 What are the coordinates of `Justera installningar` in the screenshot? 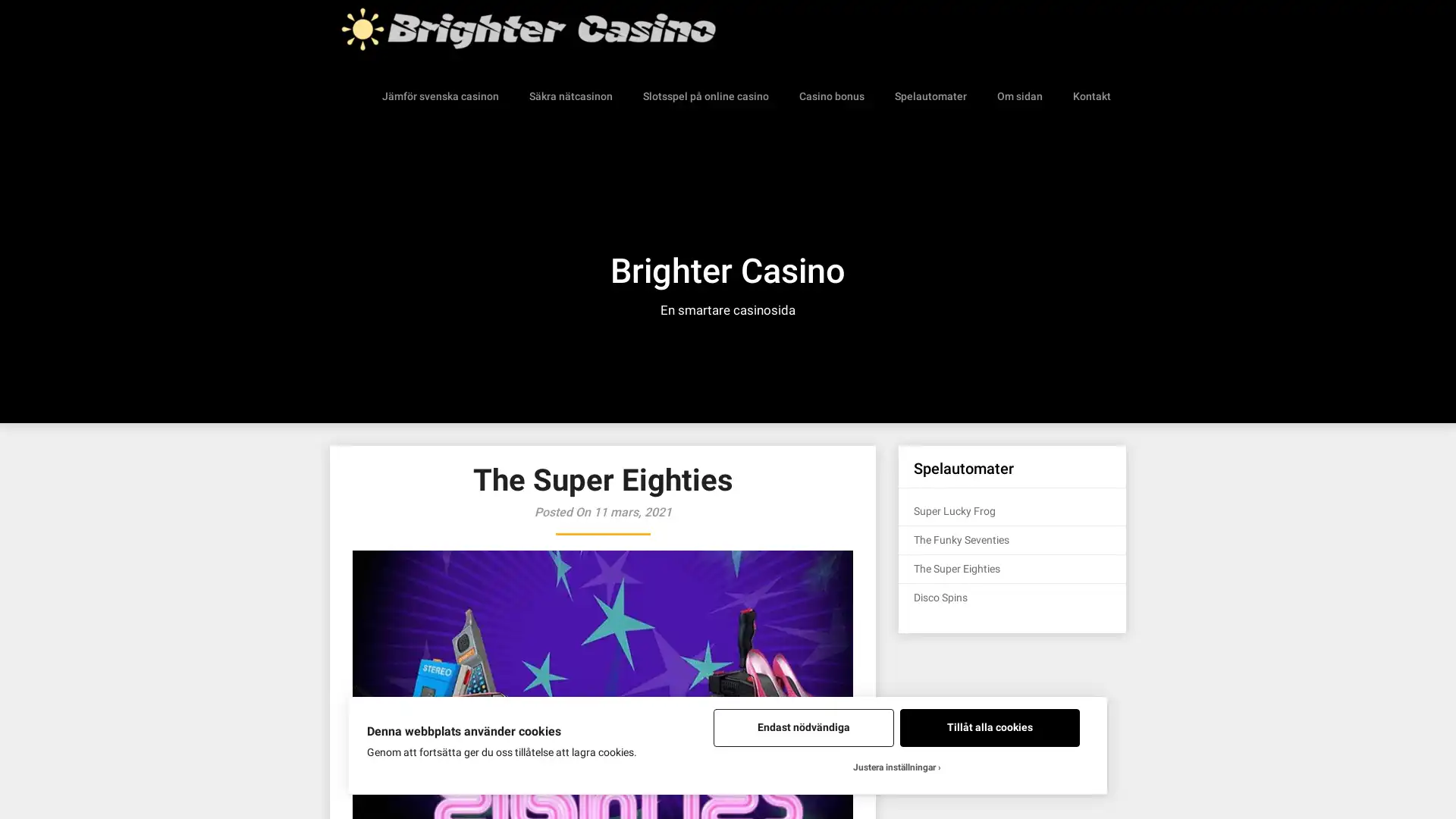 It's located at (896, 767).